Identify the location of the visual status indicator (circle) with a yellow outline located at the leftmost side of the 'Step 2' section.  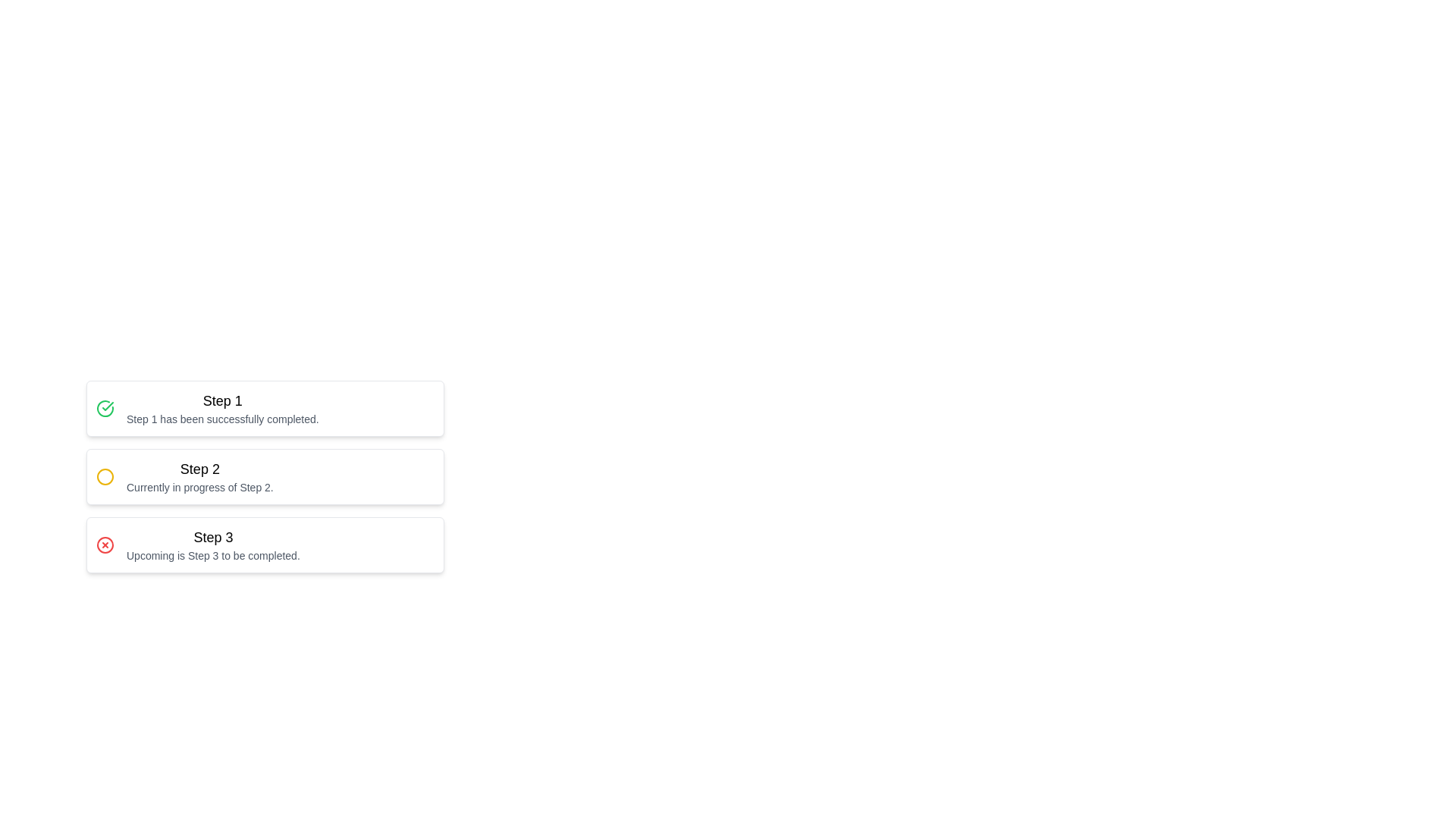
(105, 475).